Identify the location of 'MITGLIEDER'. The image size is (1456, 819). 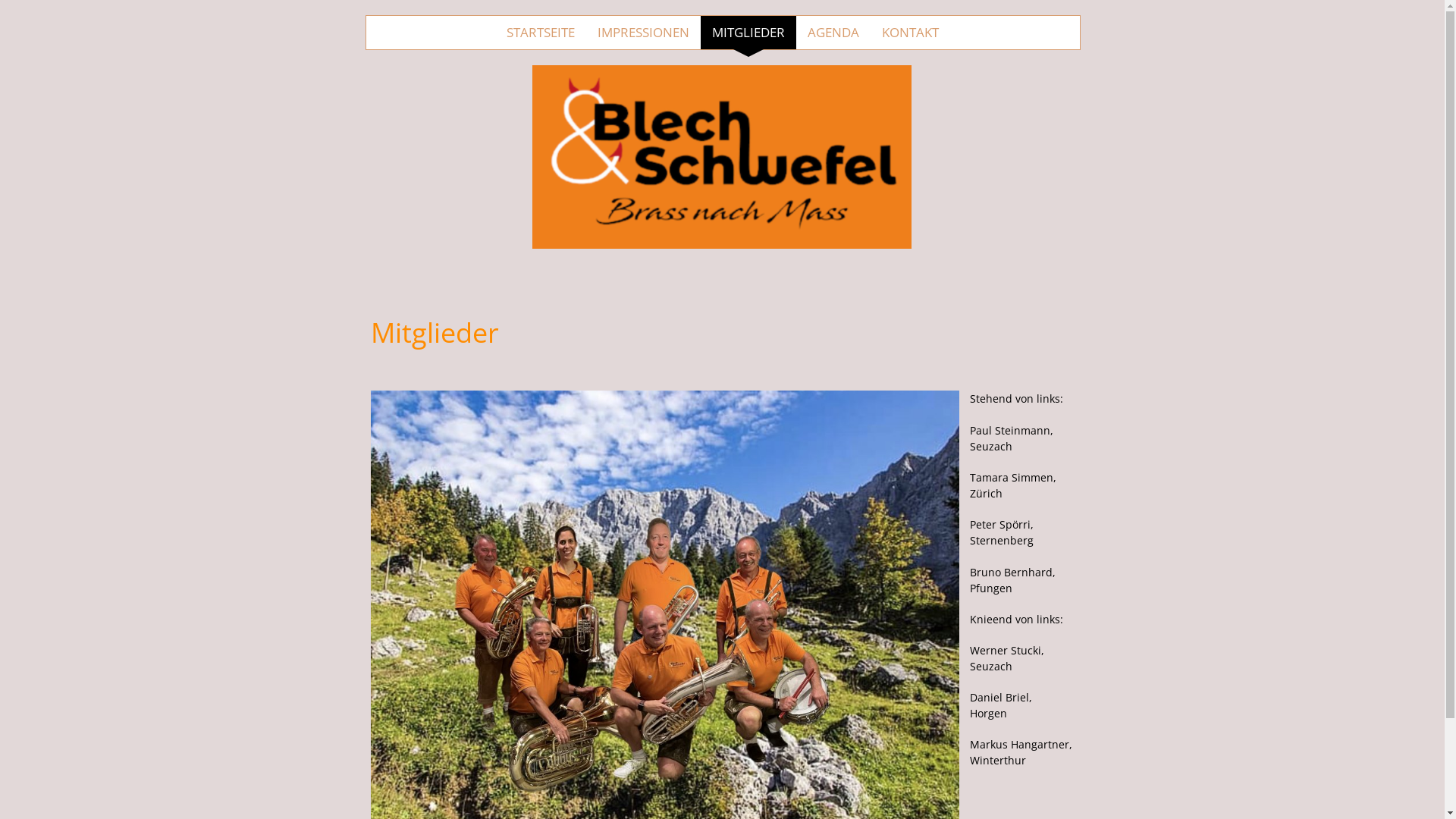
(748, 32).